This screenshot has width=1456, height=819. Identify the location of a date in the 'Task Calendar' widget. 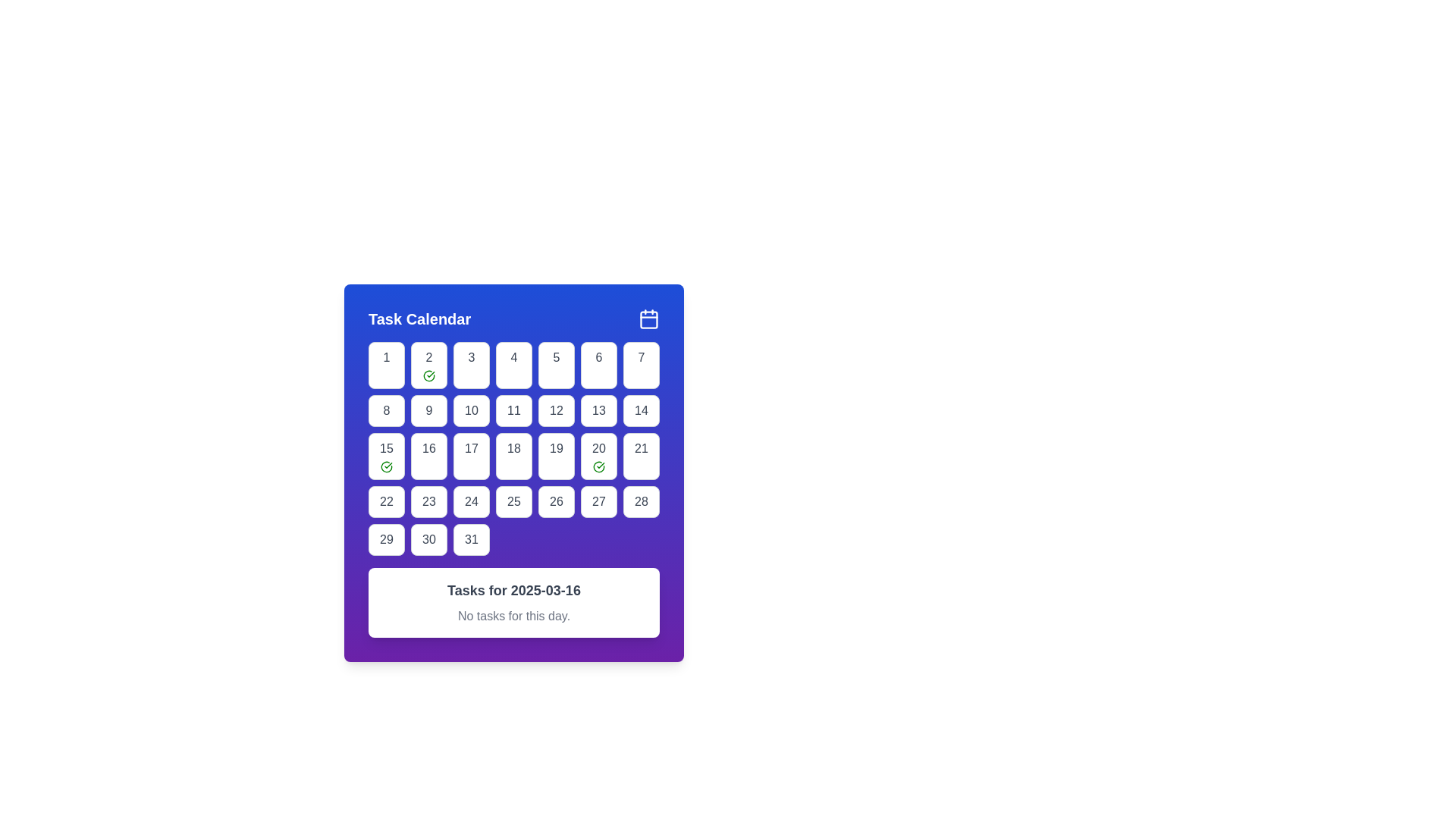
(513, 472).